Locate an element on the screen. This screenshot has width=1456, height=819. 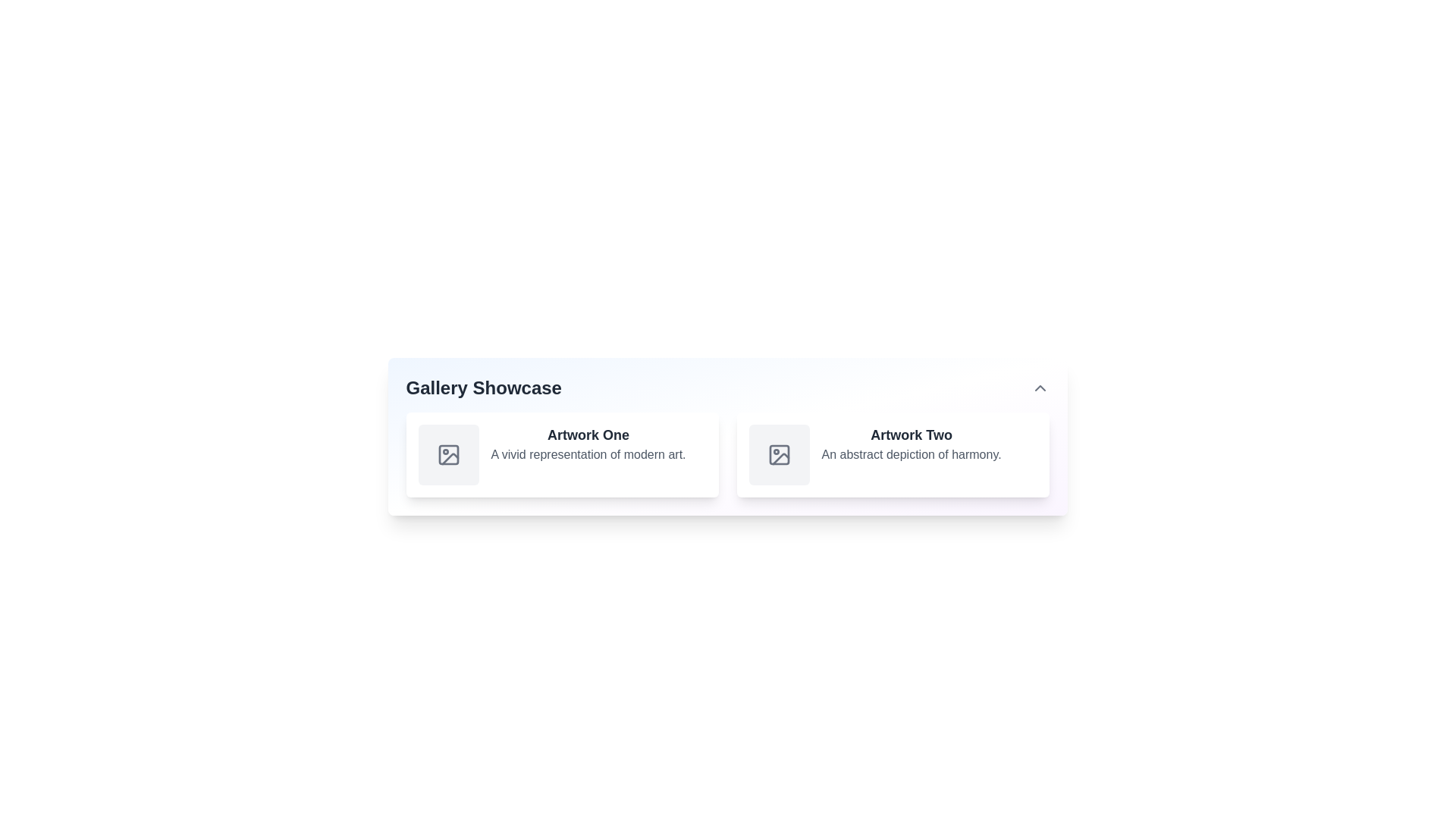
the 'Gallery Showcase' text label, which is styled in large, bold, dark gray font and is prominently displayed as a heading above a gallery layout is located at coordinates (483, 388).